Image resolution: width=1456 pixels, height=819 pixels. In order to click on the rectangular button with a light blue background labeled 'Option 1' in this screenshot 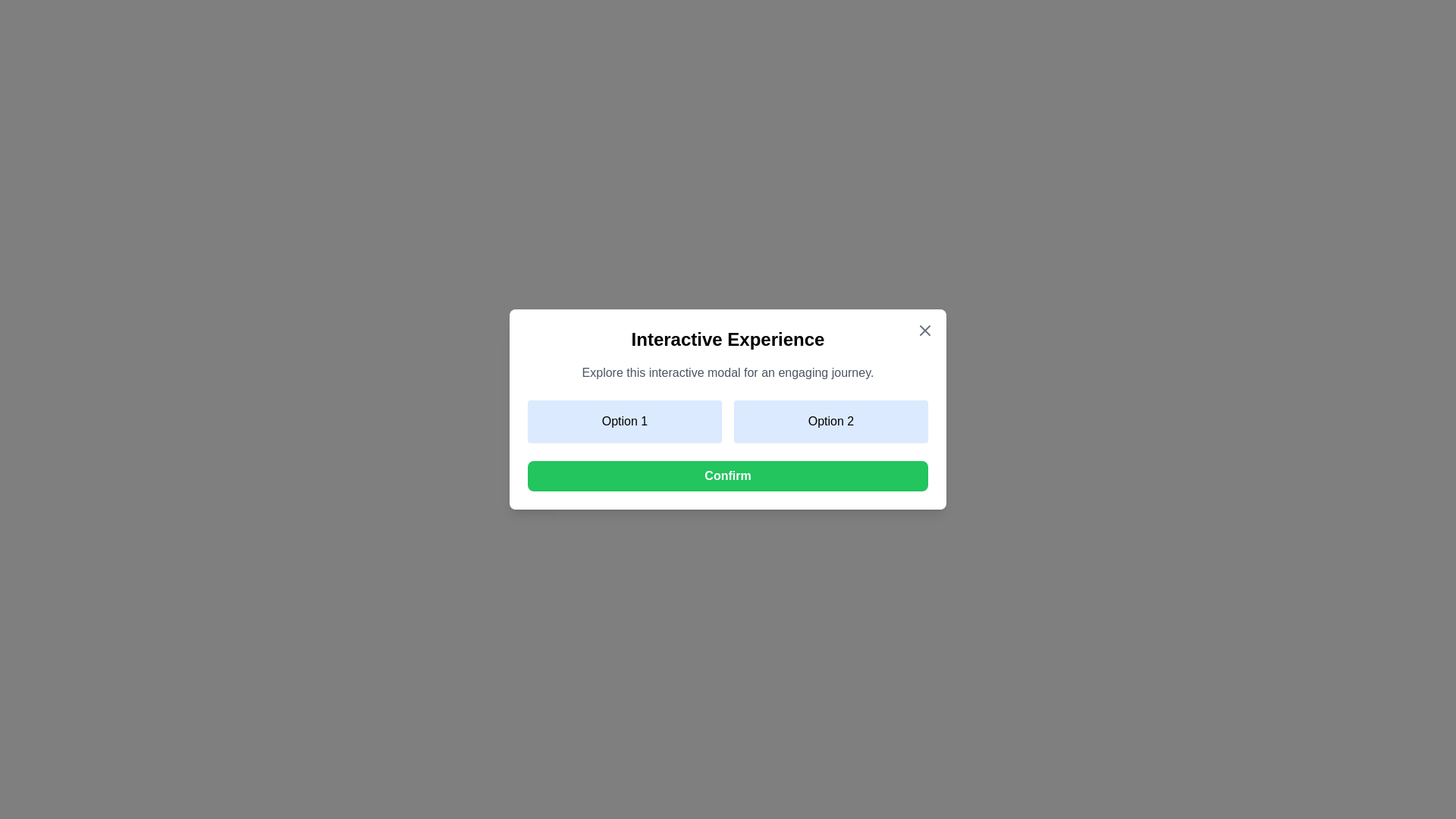, I will do `click(625, 421)`.